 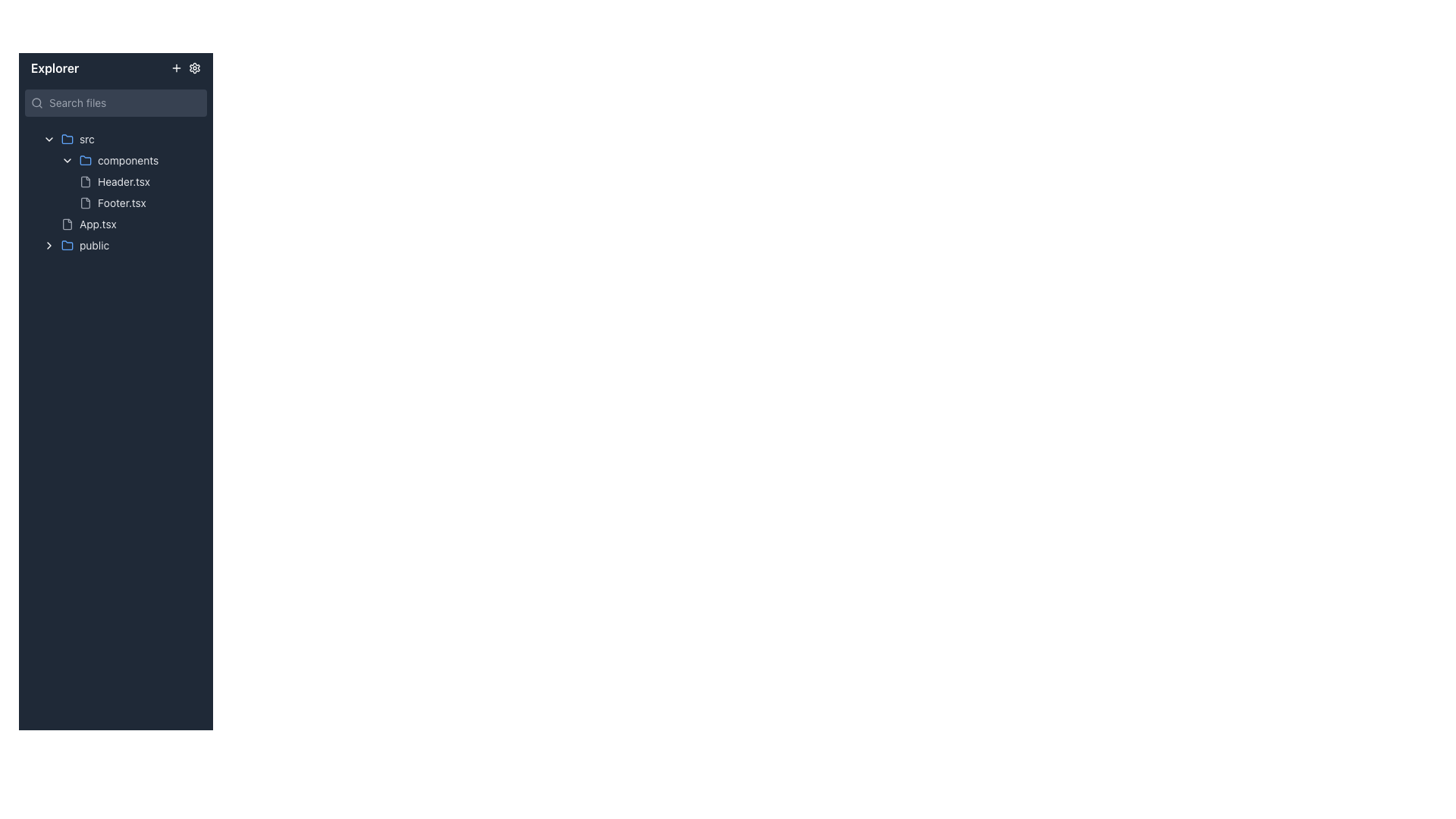 What do you see at coordinates (194, 67) in the screenshot?
I see `the gear-like icon button located in the top-right corner of the Explorer panel` at bounding box center [194, 67].